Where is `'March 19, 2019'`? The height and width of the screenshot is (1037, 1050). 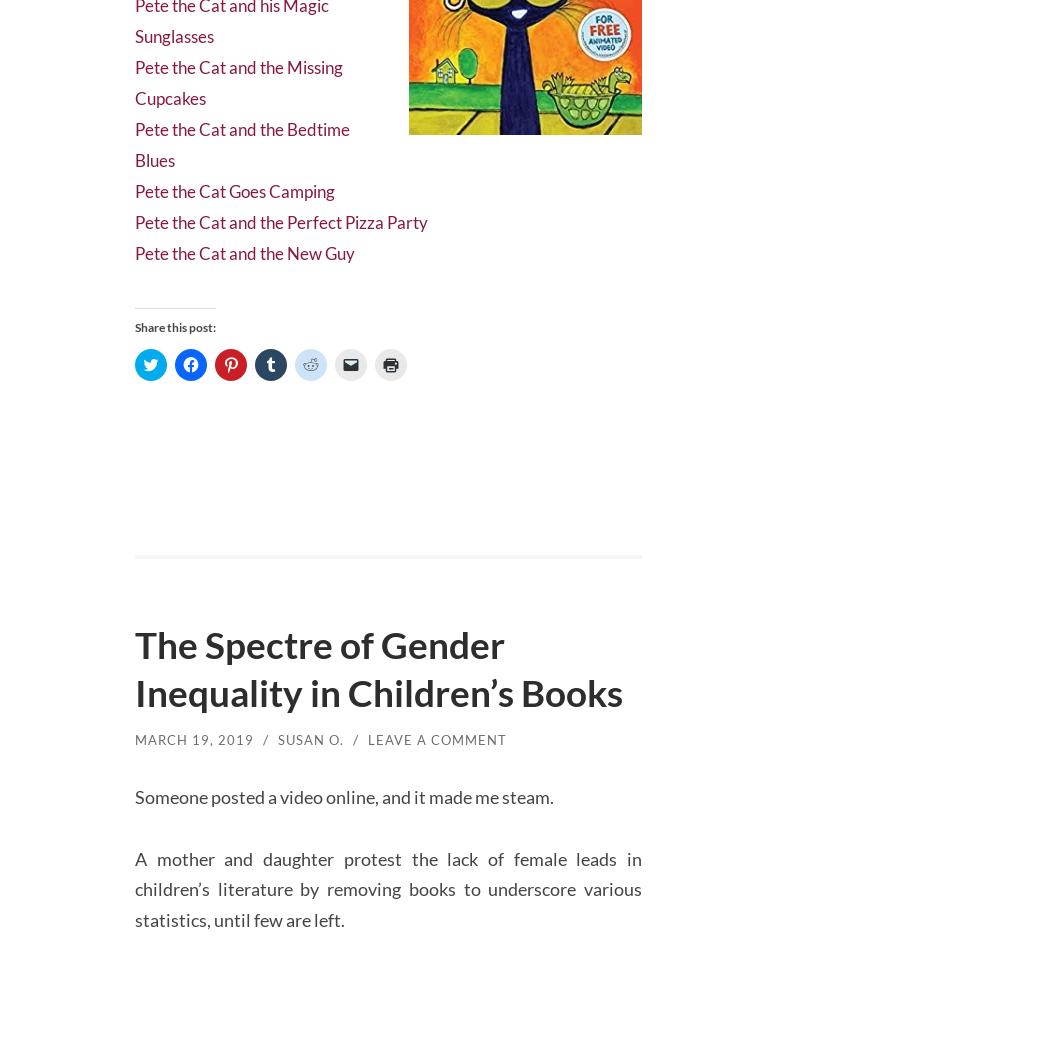
'March 19, 2019' is located at coordinates (134, 769).